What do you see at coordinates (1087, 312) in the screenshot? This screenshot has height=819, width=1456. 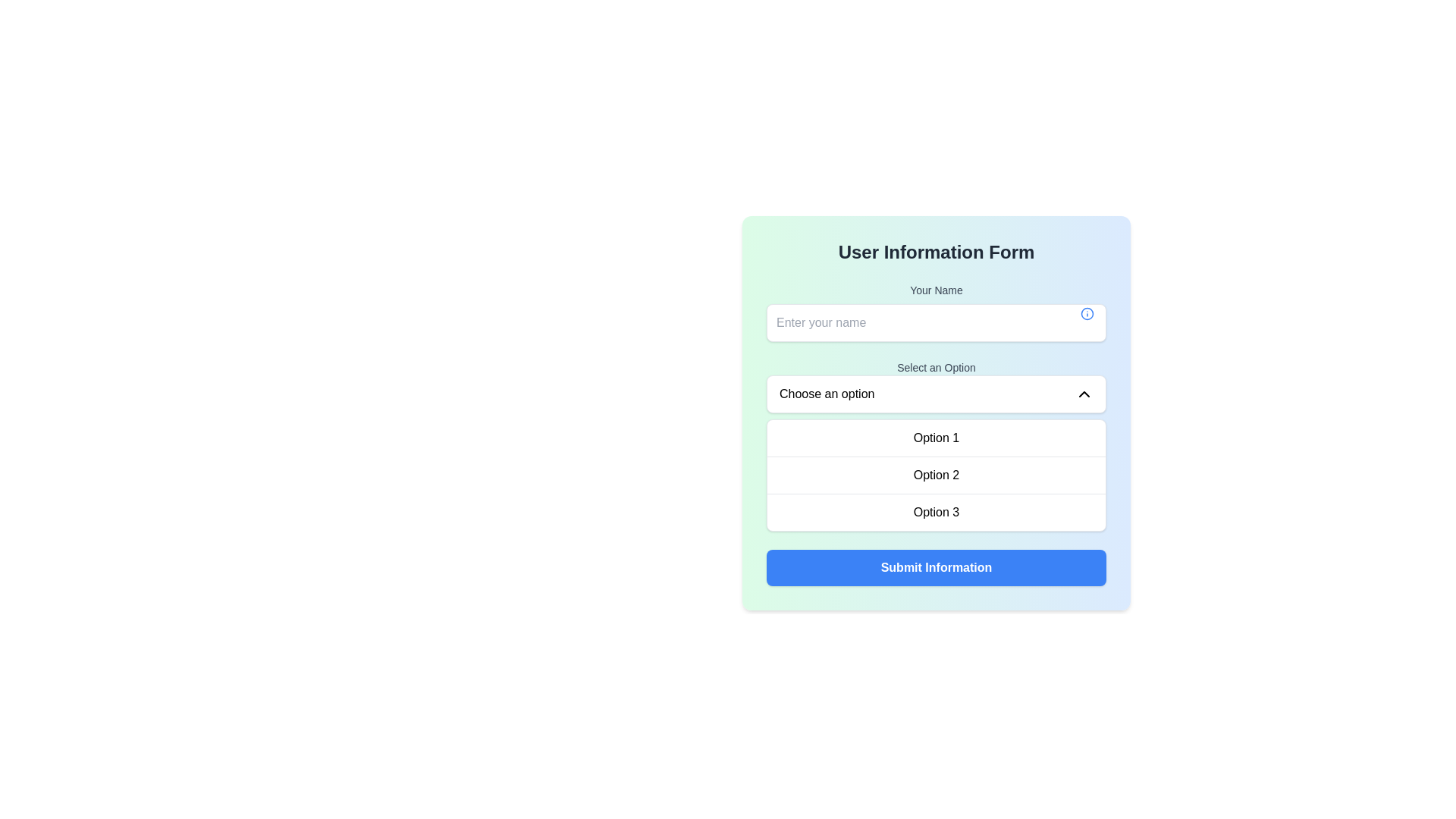 I see `the information icon located in the top-right corner of the 'Your Name' text input field` at bounding box center [1087, 312].